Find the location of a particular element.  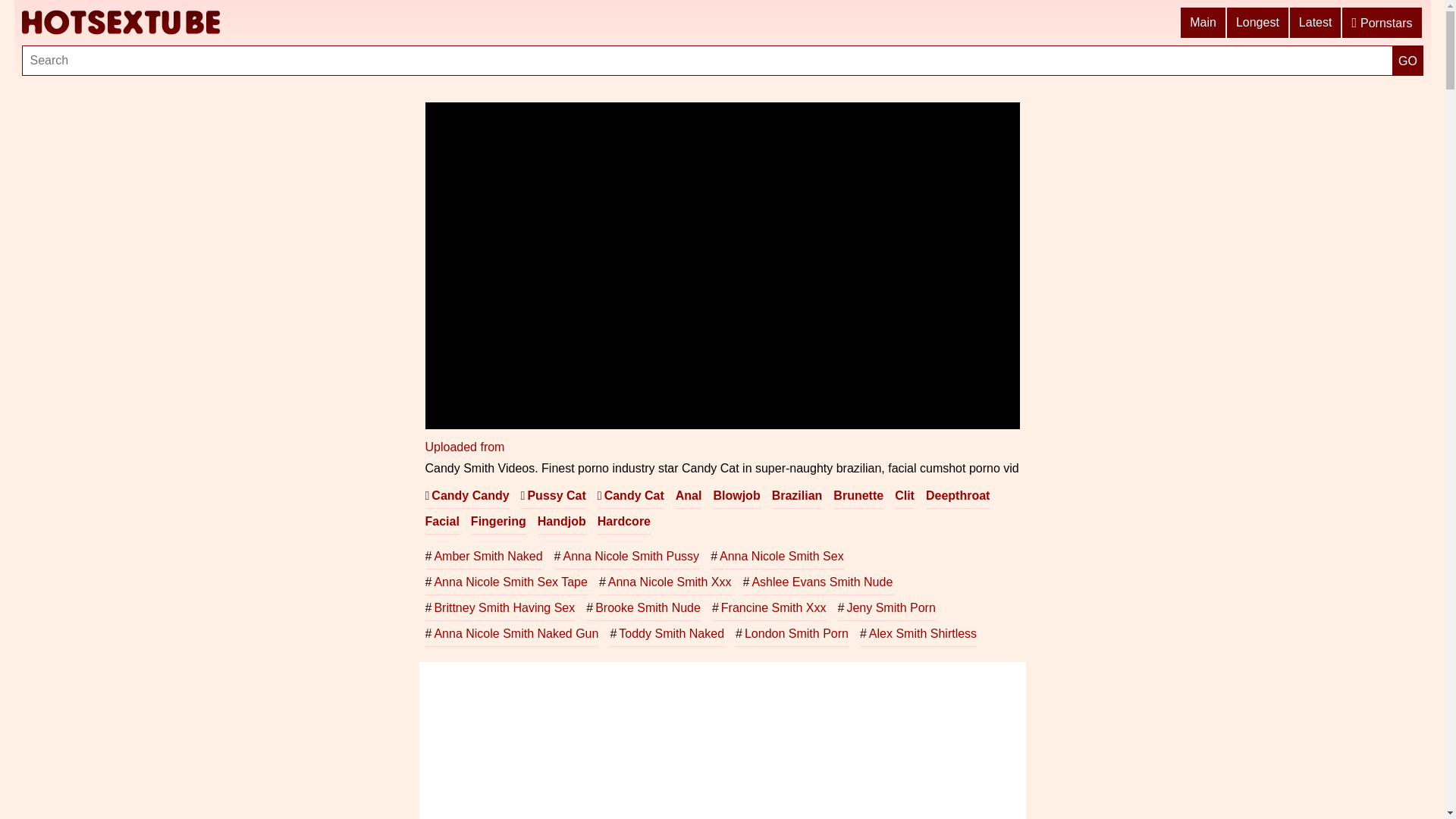

'London Smith Porn' is located at coordinates (735, 634).